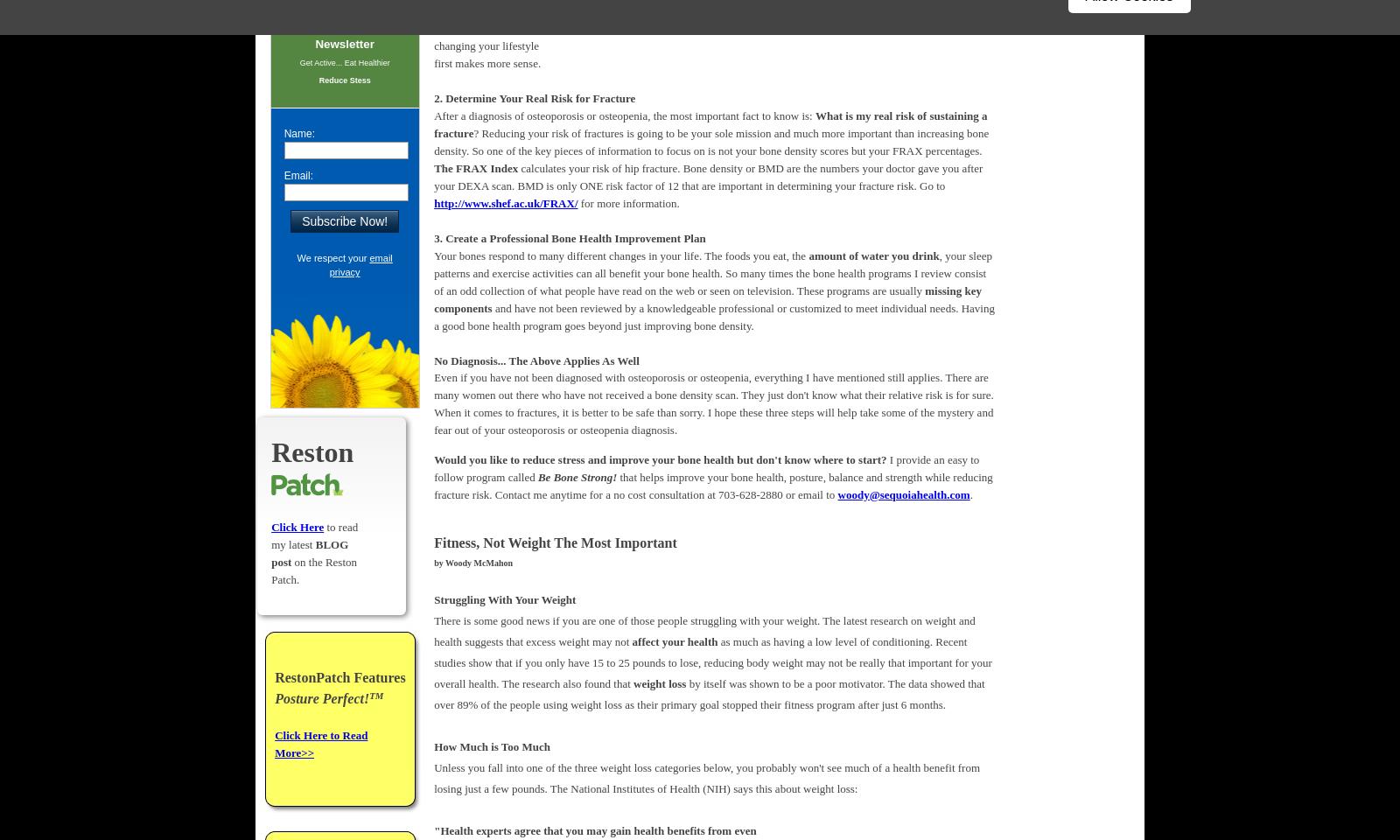 The width and height of the screenshot is (1400, 840). I want to click on 'and have not been reviewed by a knowledgeable professional or customized to meet individual needs. Having a good bone health program goes beyond just improving bone density.', so click(713, 315).